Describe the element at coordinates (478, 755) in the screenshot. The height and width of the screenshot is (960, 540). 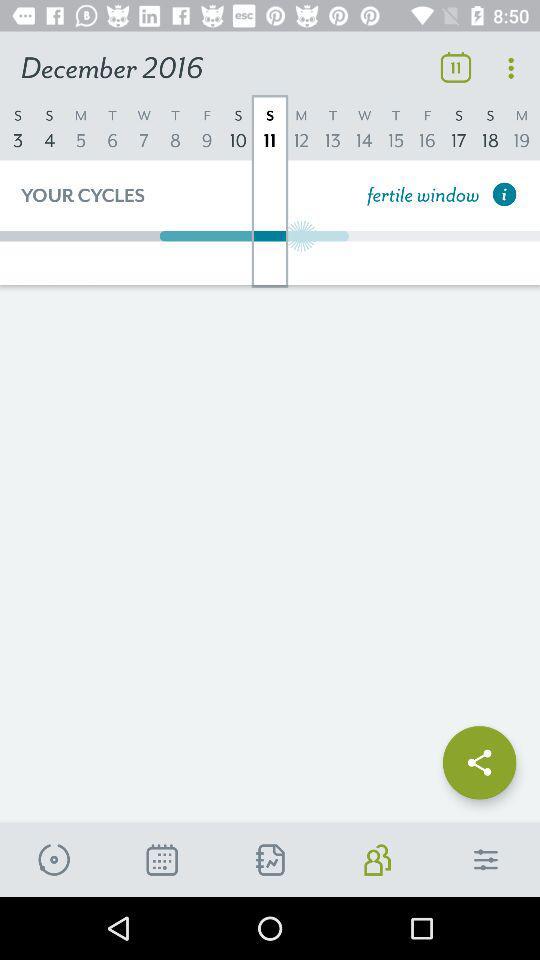
I see `share box` at that location.